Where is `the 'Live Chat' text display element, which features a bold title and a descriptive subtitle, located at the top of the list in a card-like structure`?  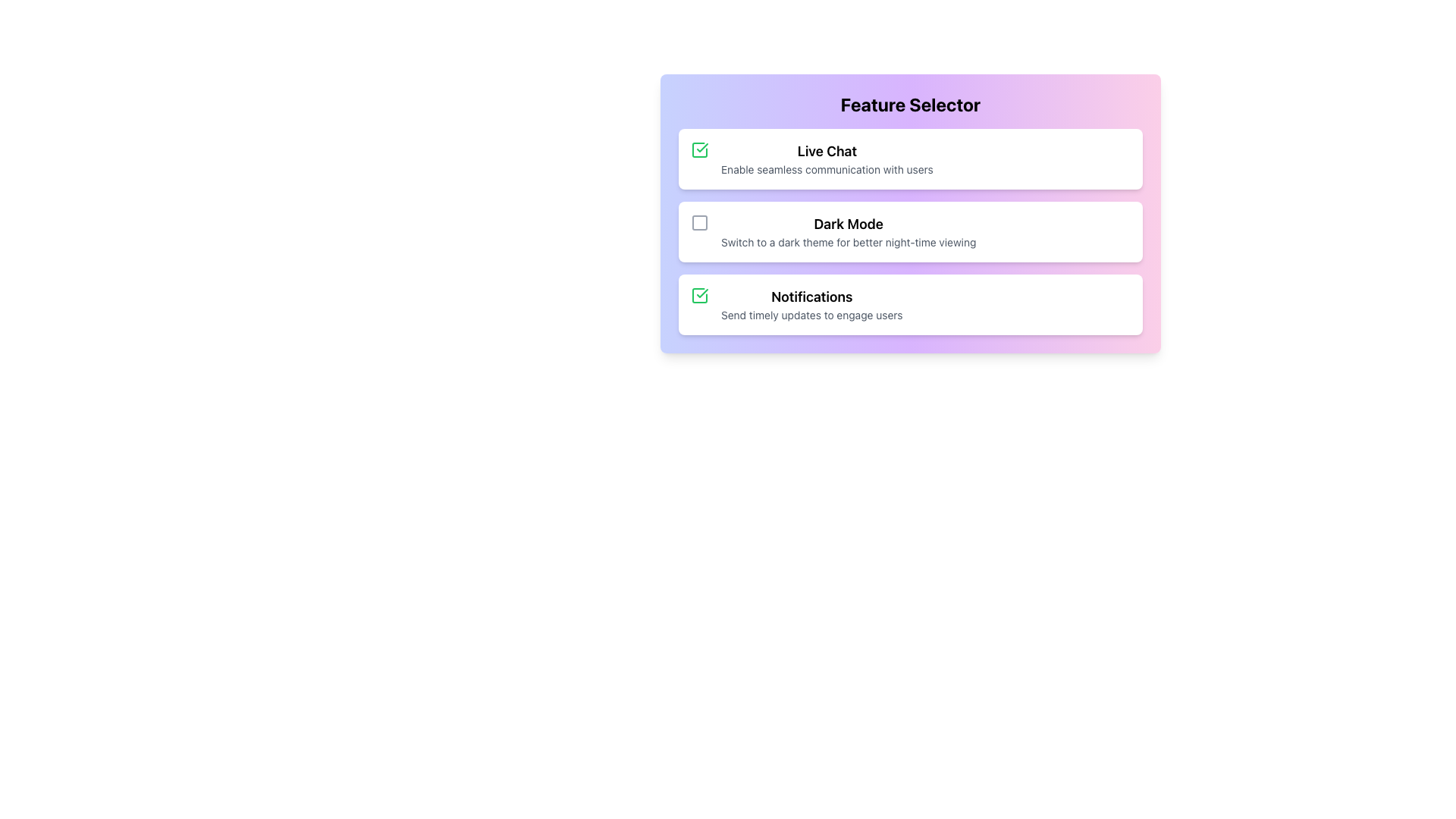 the 'Live Chat' text display element, which features a bold title and a descriptive subtitle, located at the top of the list in a card-like structure is located at coordinates (826, 158).